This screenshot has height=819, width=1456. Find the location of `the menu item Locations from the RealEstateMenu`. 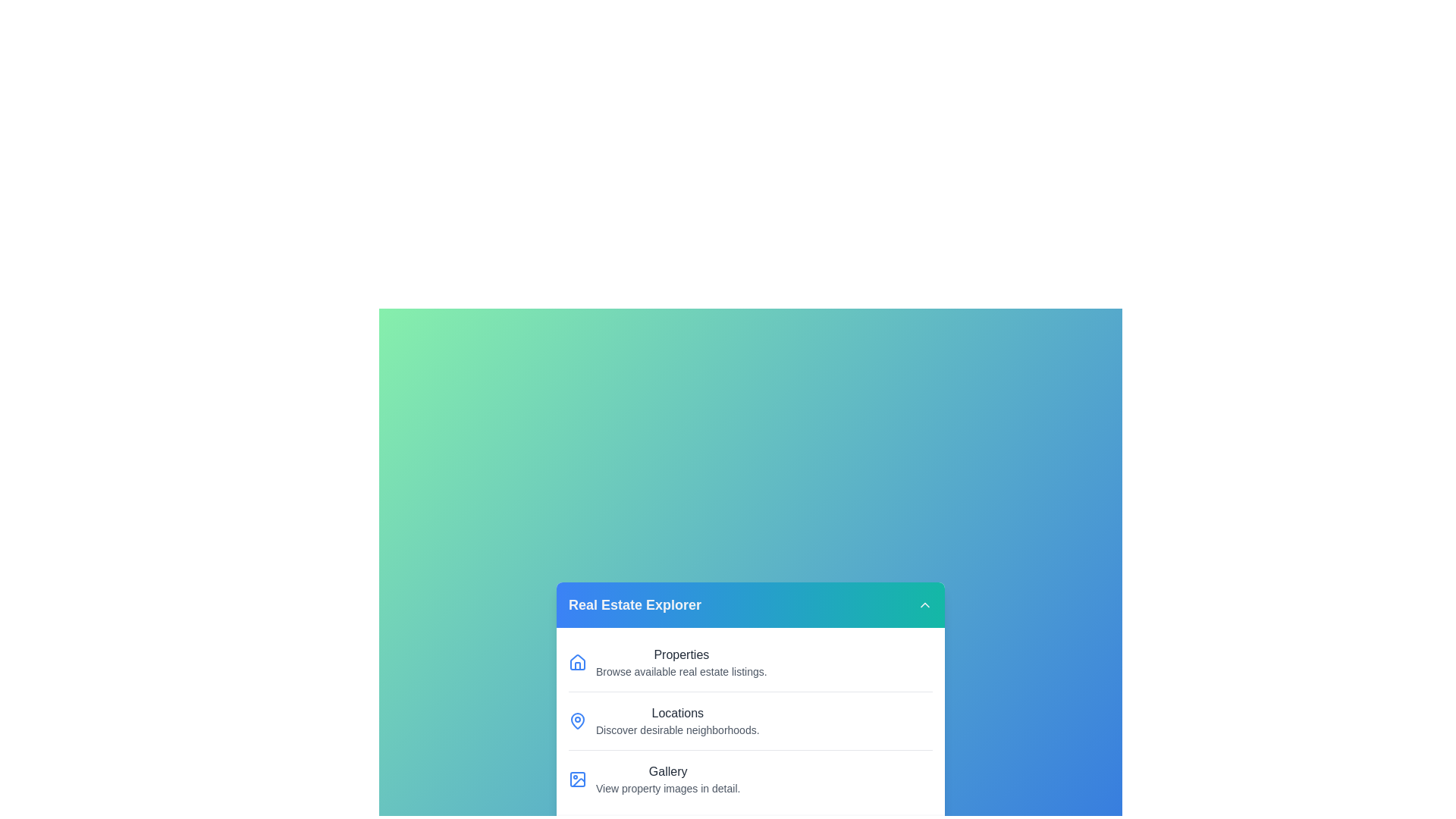

the menu item Locations from the RealEstateMenu is located at coordinates (750, 720).